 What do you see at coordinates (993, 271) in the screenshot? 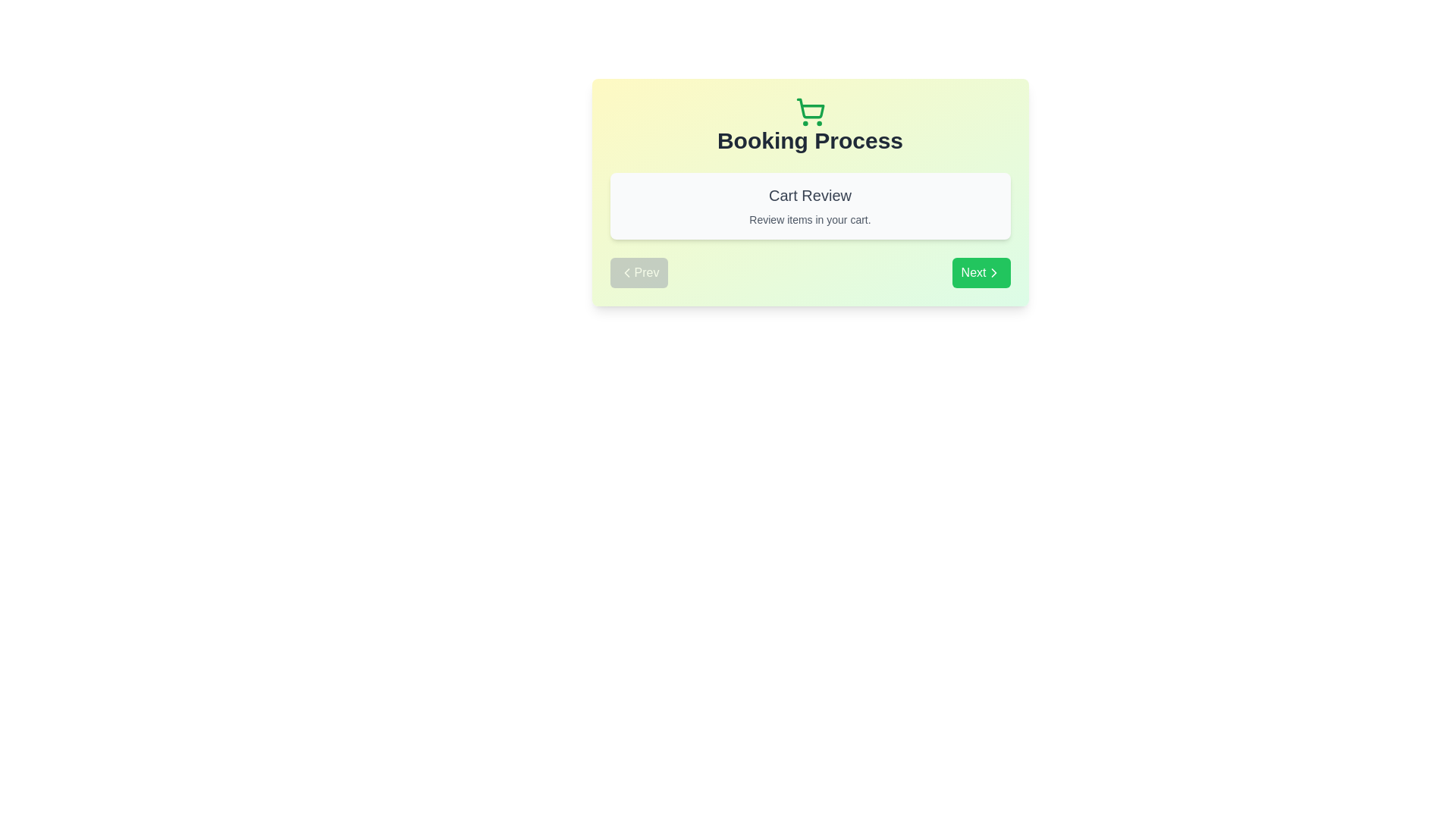
I see `the chevron icon located inside the green 'Next' button` at bounding box center [993, 271].